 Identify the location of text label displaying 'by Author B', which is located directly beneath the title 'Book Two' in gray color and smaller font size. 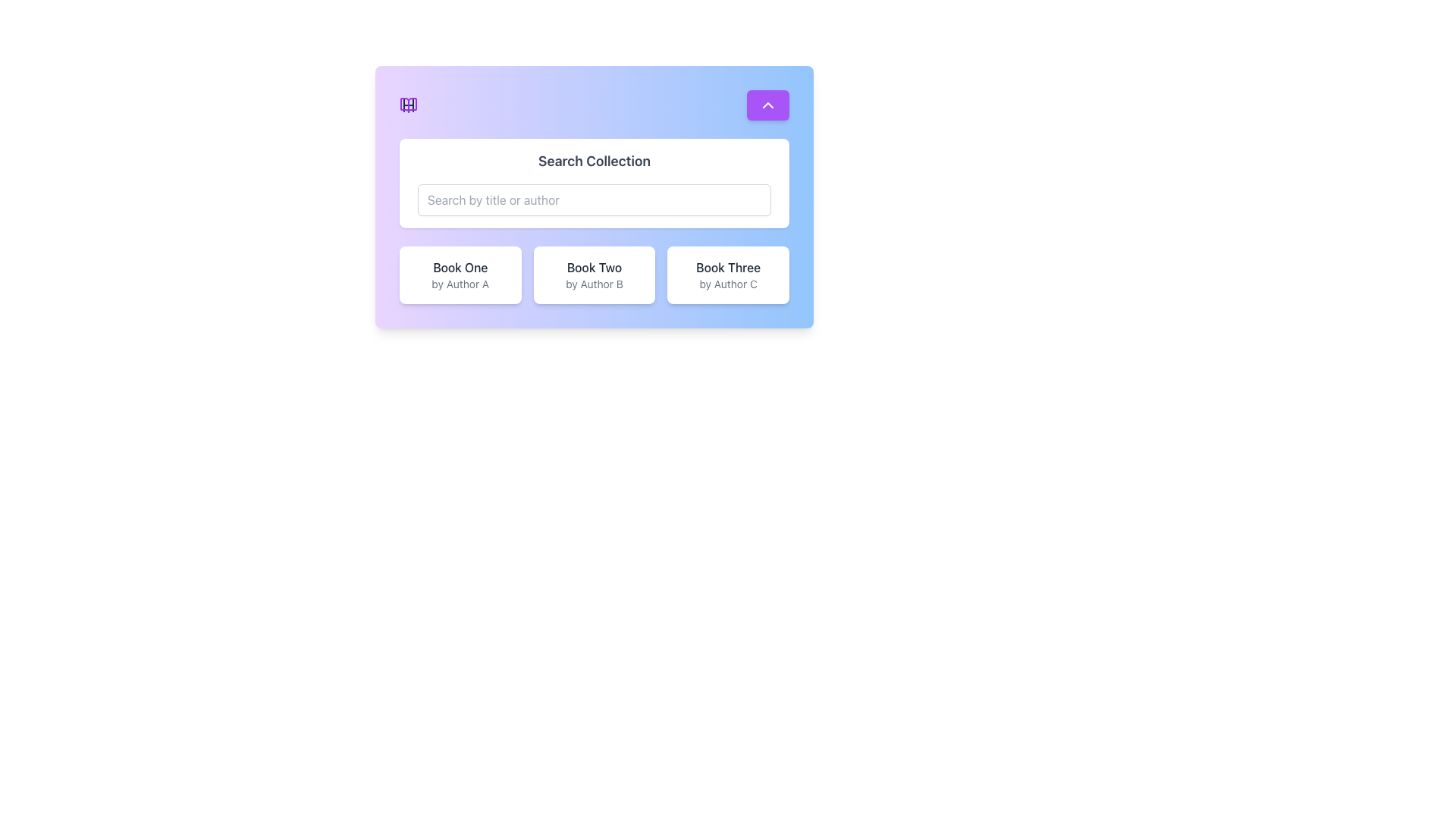
(593, 284).